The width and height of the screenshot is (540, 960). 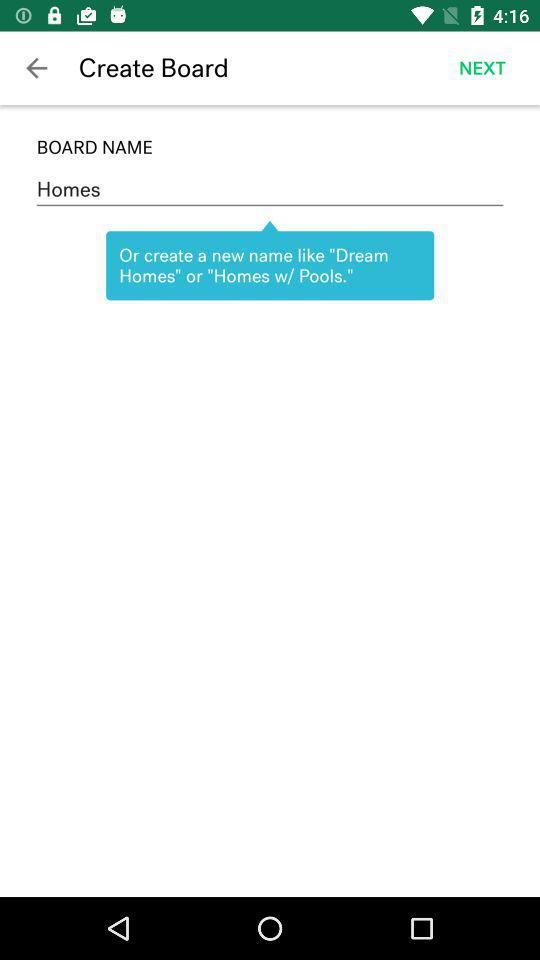 What do you see at coordinates (270, 146) in the screenshot?
I see `the board name icon` at bounding box center [270, 146].